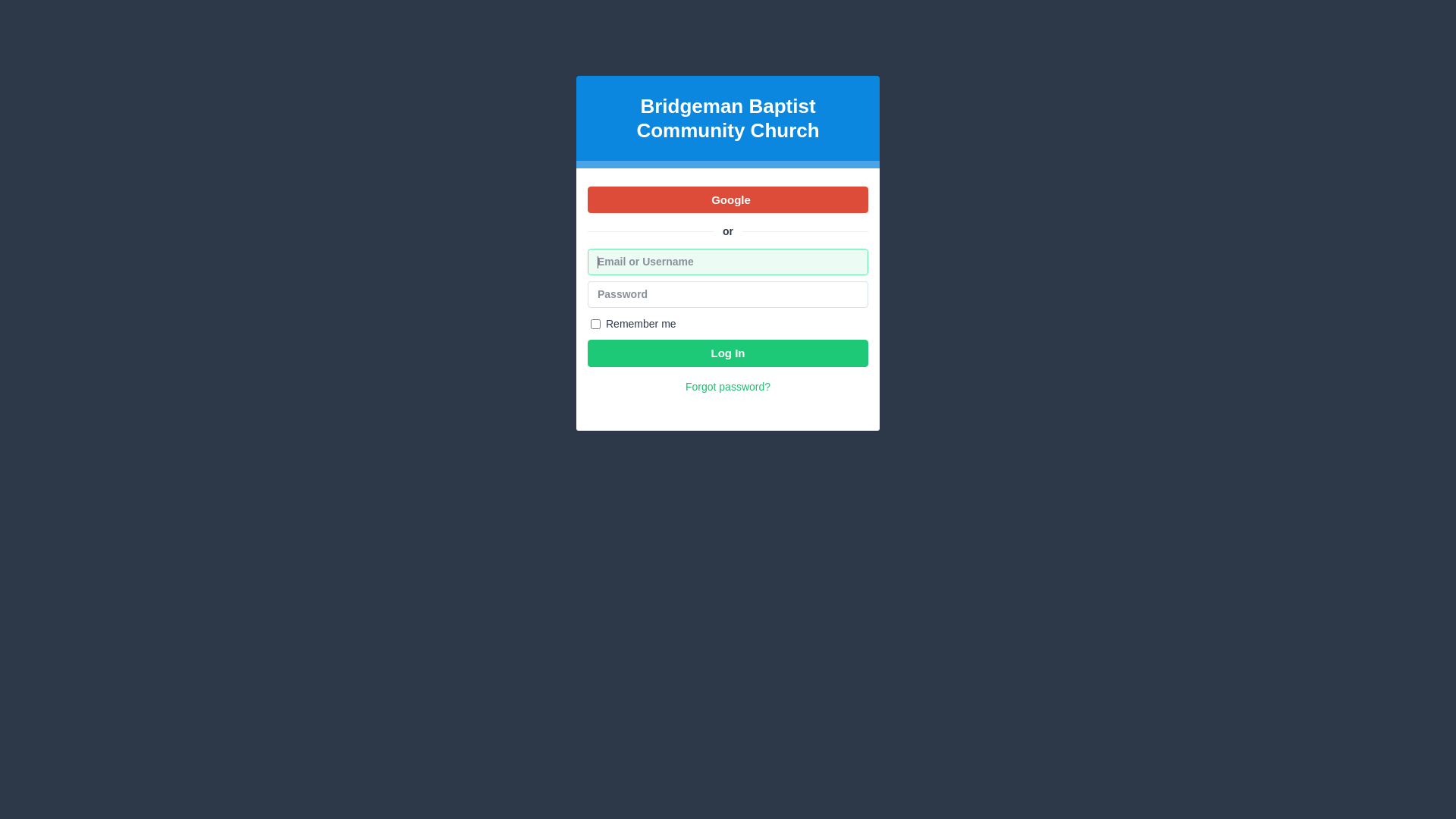  Describe the element at coordinates (728, 199) in the screenshot. I see `'Google'` at that location.